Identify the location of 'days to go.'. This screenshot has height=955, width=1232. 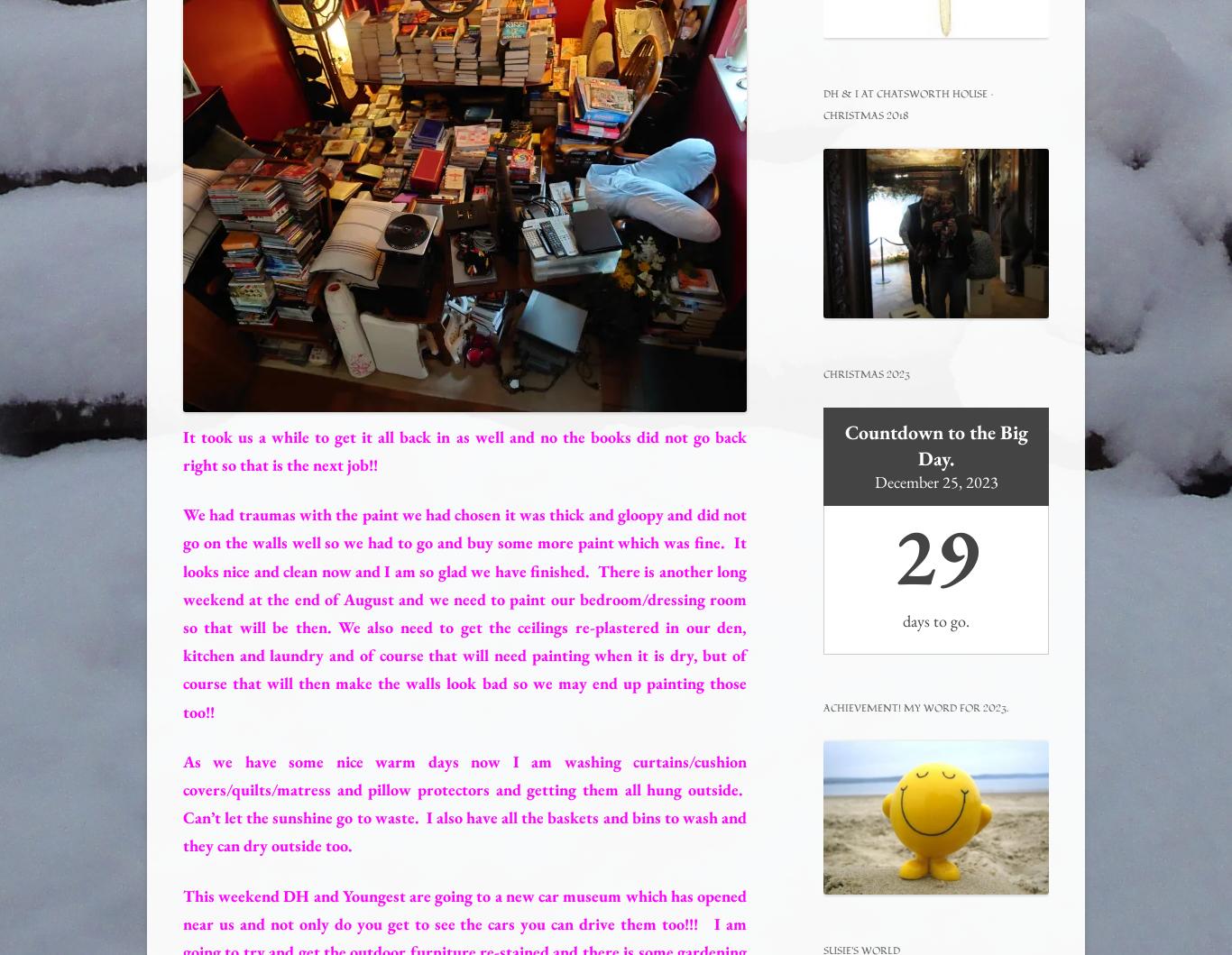
(935, 620).